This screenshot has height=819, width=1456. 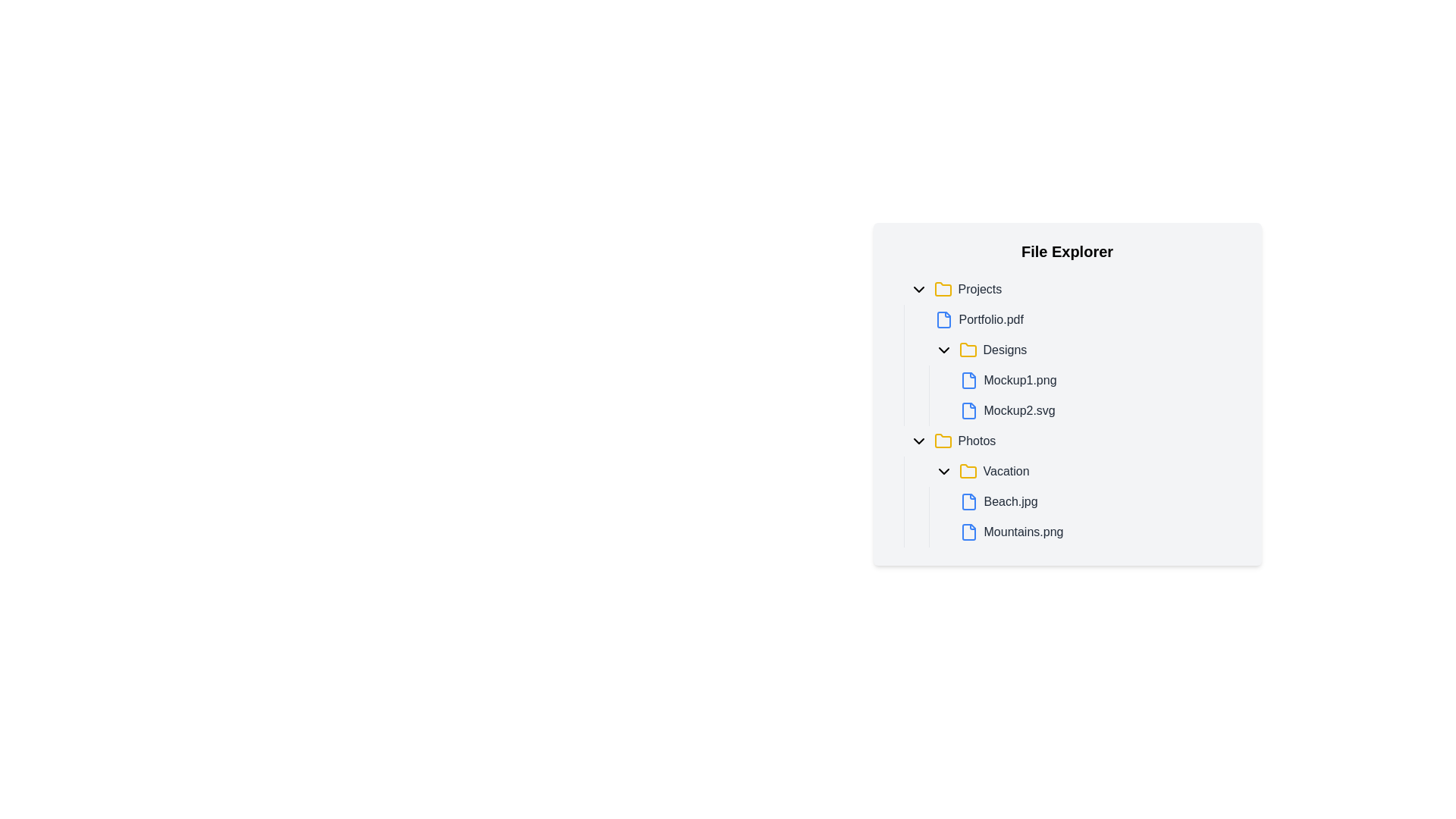 I want to click on the file document icon with a blue outline and white background located to the left of 'Beach.jpg' in the 'Vacation' subfolder of the 'Photos' folder, so click(x=968, y=502).